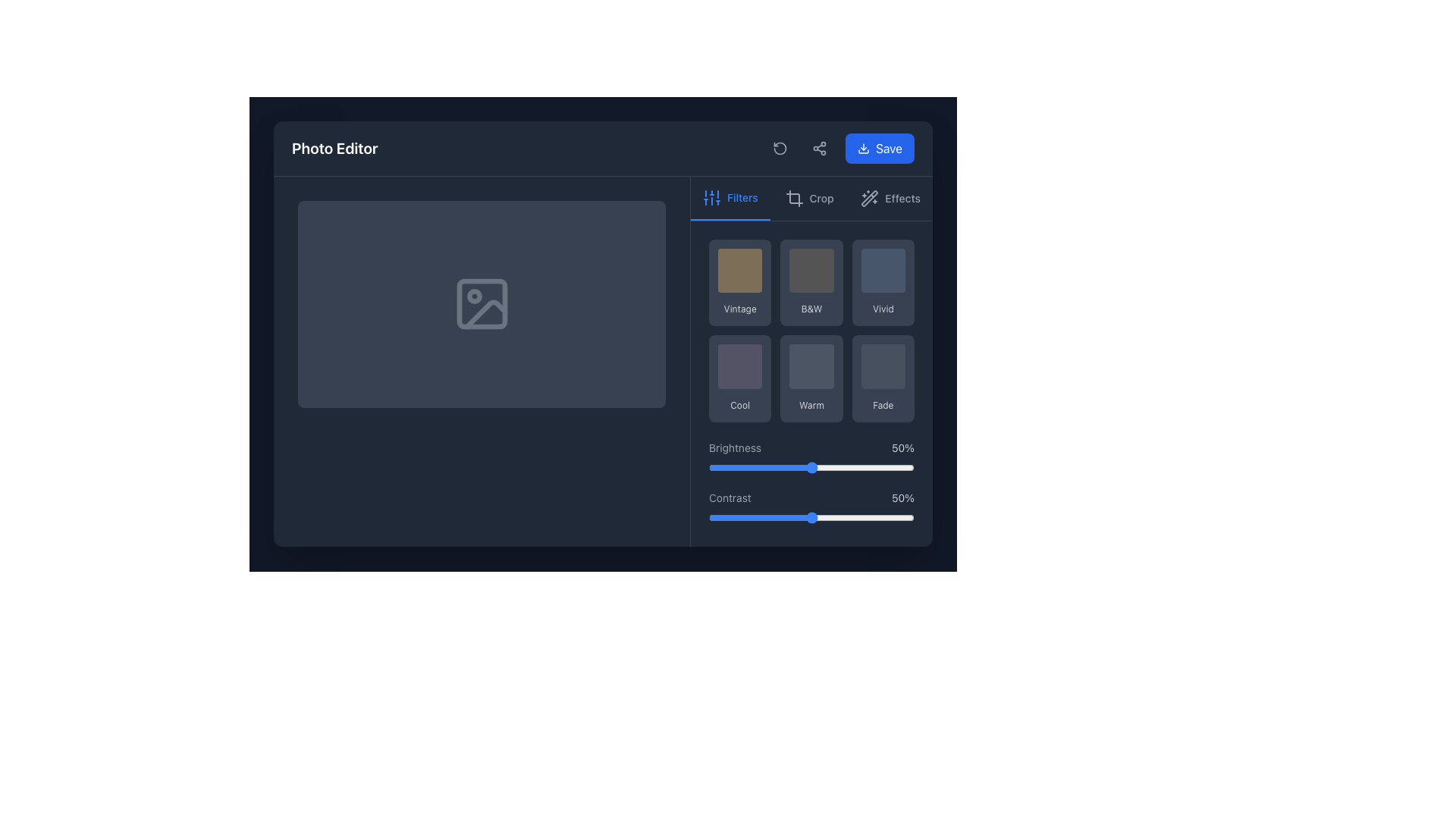 The height and width of the screenshot is (819, 1456). What do you see at coordinates (730, 497) in the screenshot?
I see `the 'Contrast' text label styled with a gray font, located in the bottom section of the right-hand toolbar, just before the slider labeled '50%'` at bounding box center [730, 497].